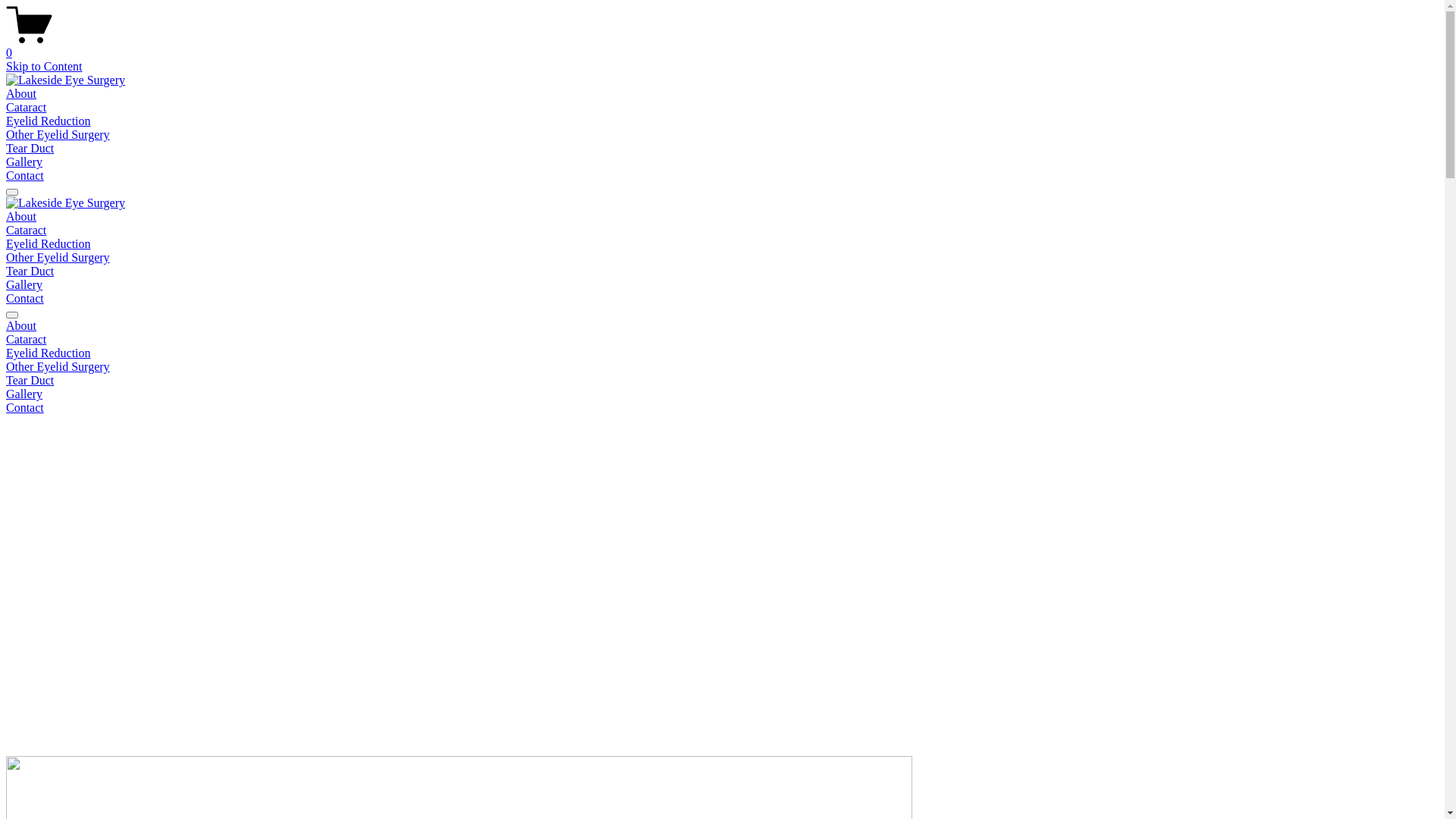 This screenshot has width=1456, height=819. I want to click on 'Other Eyelid Surgery', so click(58, 256).